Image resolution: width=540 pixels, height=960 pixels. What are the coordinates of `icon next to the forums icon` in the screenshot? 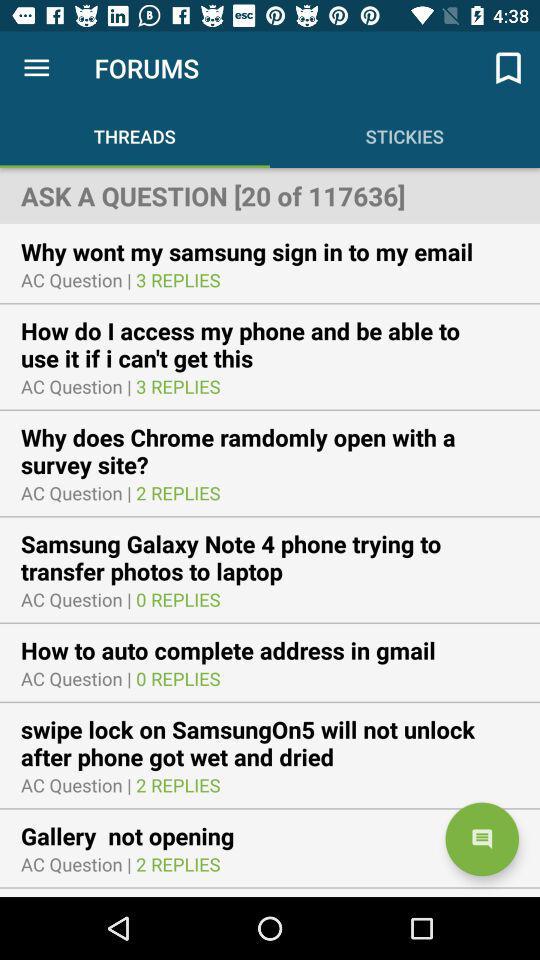 It's located at (508, 68).